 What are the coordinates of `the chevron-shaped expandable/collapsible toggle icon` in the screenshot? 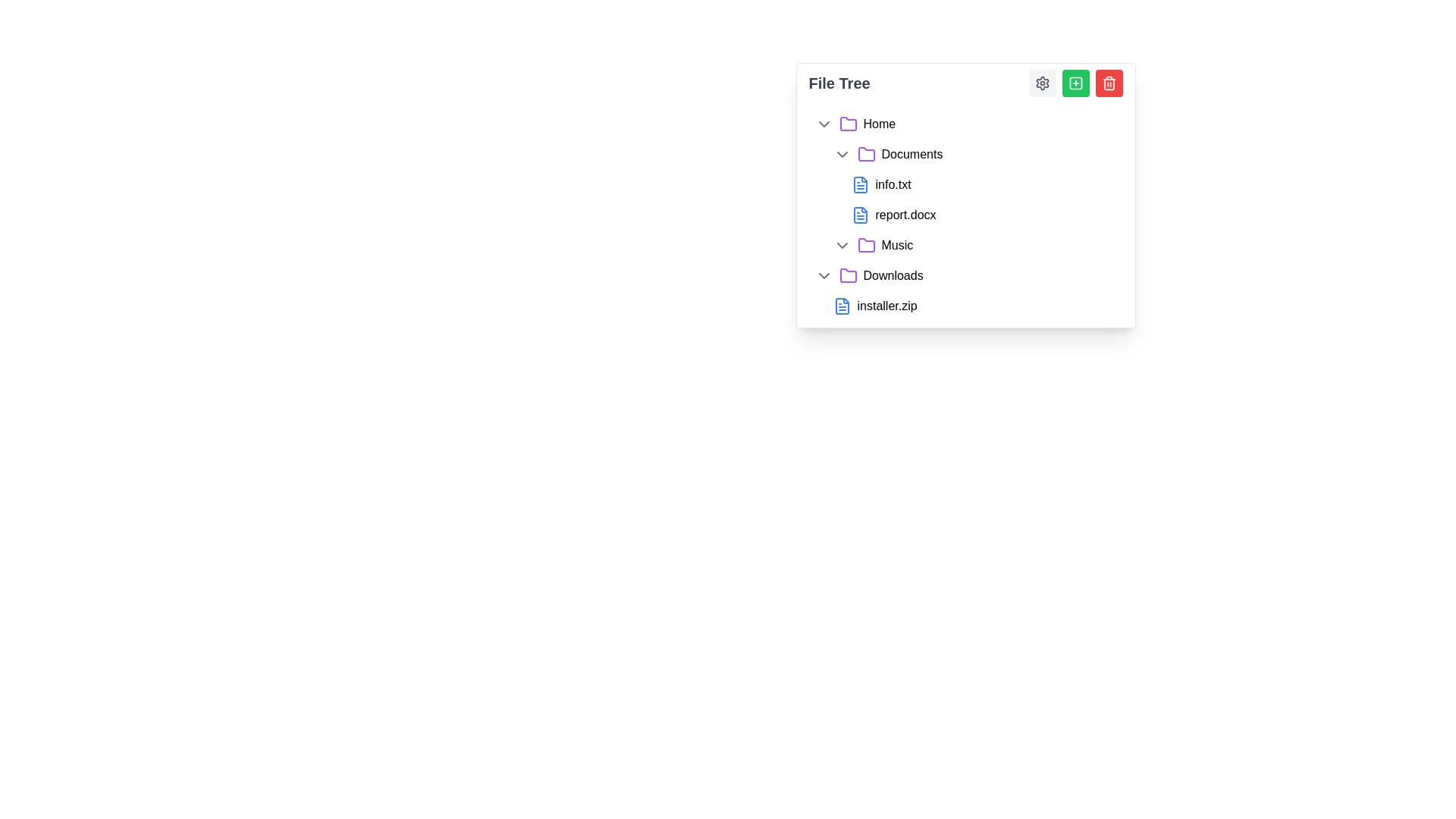 It's located at (823, 275).